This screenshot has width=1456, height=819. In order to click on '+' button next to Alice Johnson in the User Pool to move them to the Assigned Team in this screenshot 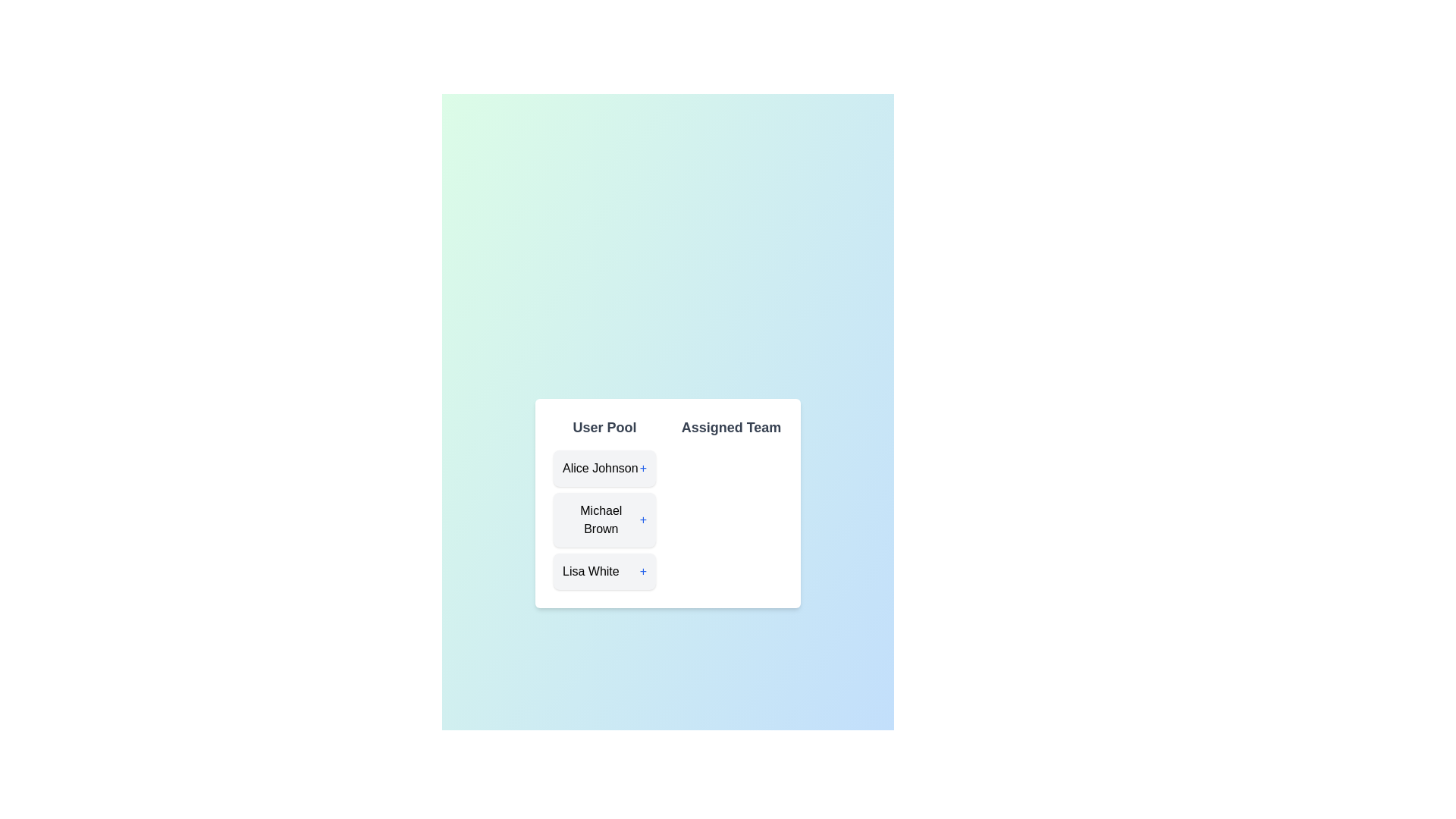, I will do `click(643, 467)`.